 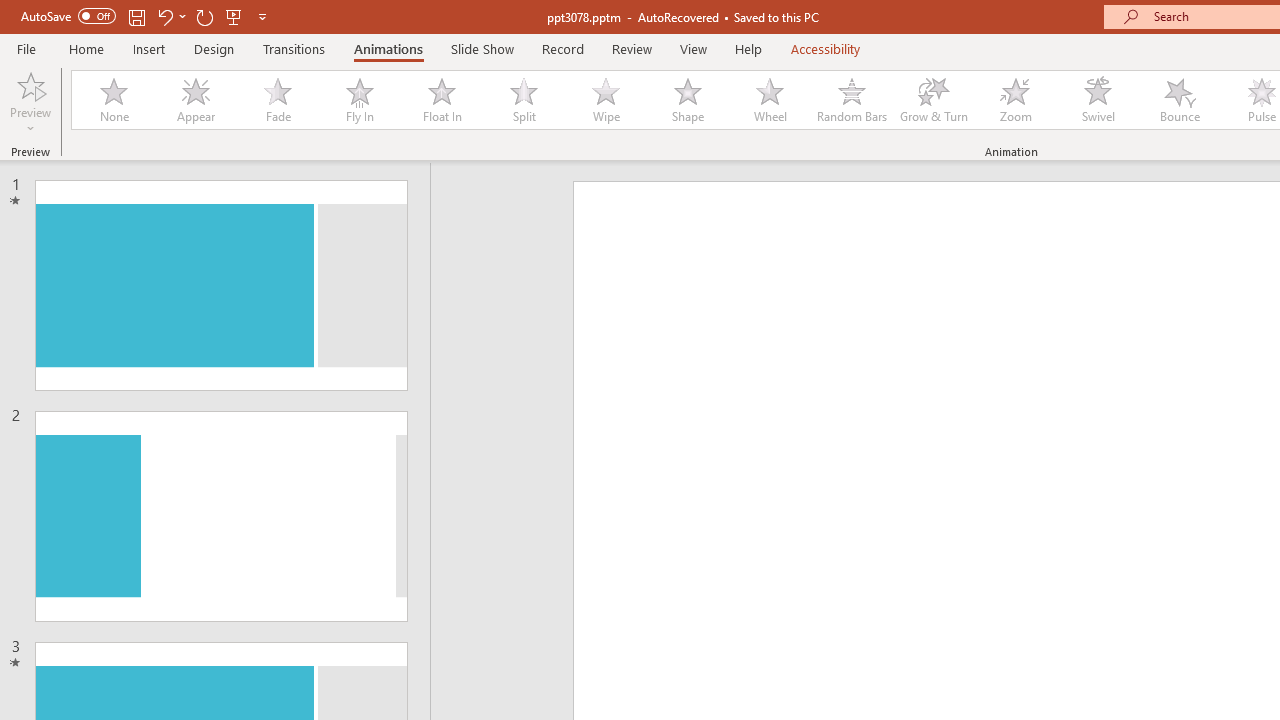 I want to click on 'Wipe', so click(x=604, y=100).